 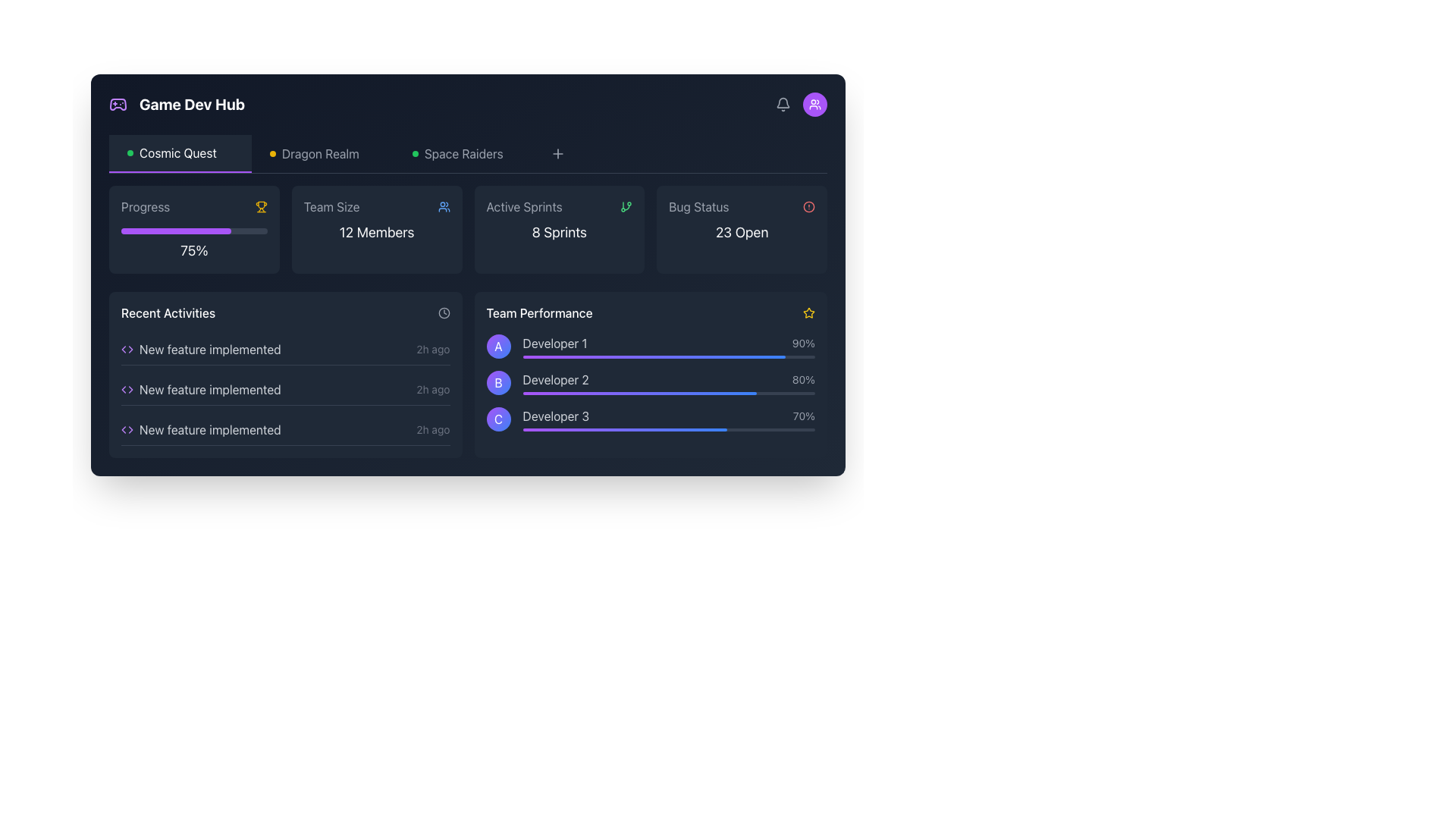 What do you see at coordinates (193, 231) in the screenshot?
I see `the progress bar that visually represents 75% completion, located centrally under the title 'Progress' and the trophy icon` at bounding box center [193, 231].